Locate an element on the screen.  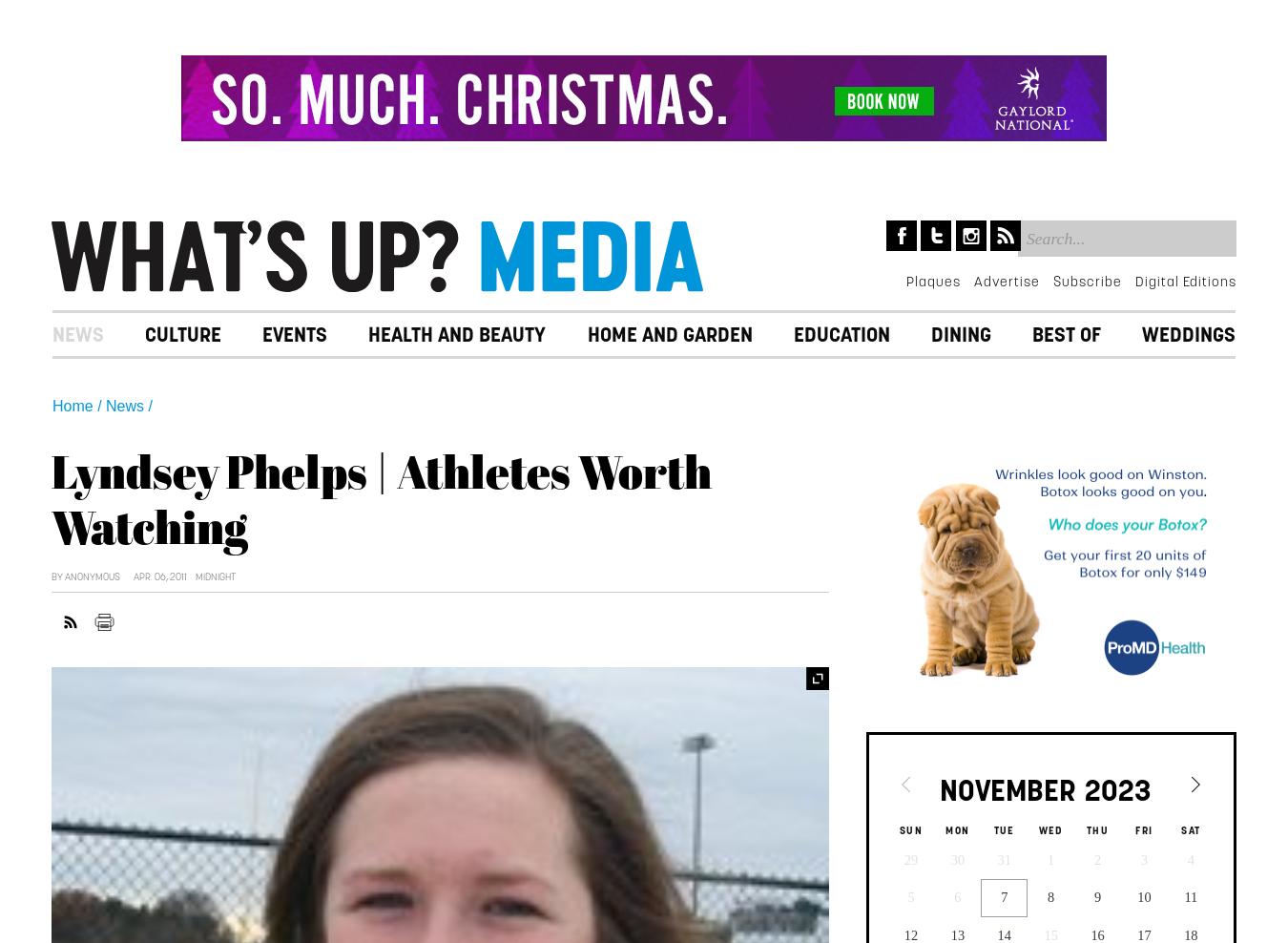
'Culture' is located at coordinates (182, 333).